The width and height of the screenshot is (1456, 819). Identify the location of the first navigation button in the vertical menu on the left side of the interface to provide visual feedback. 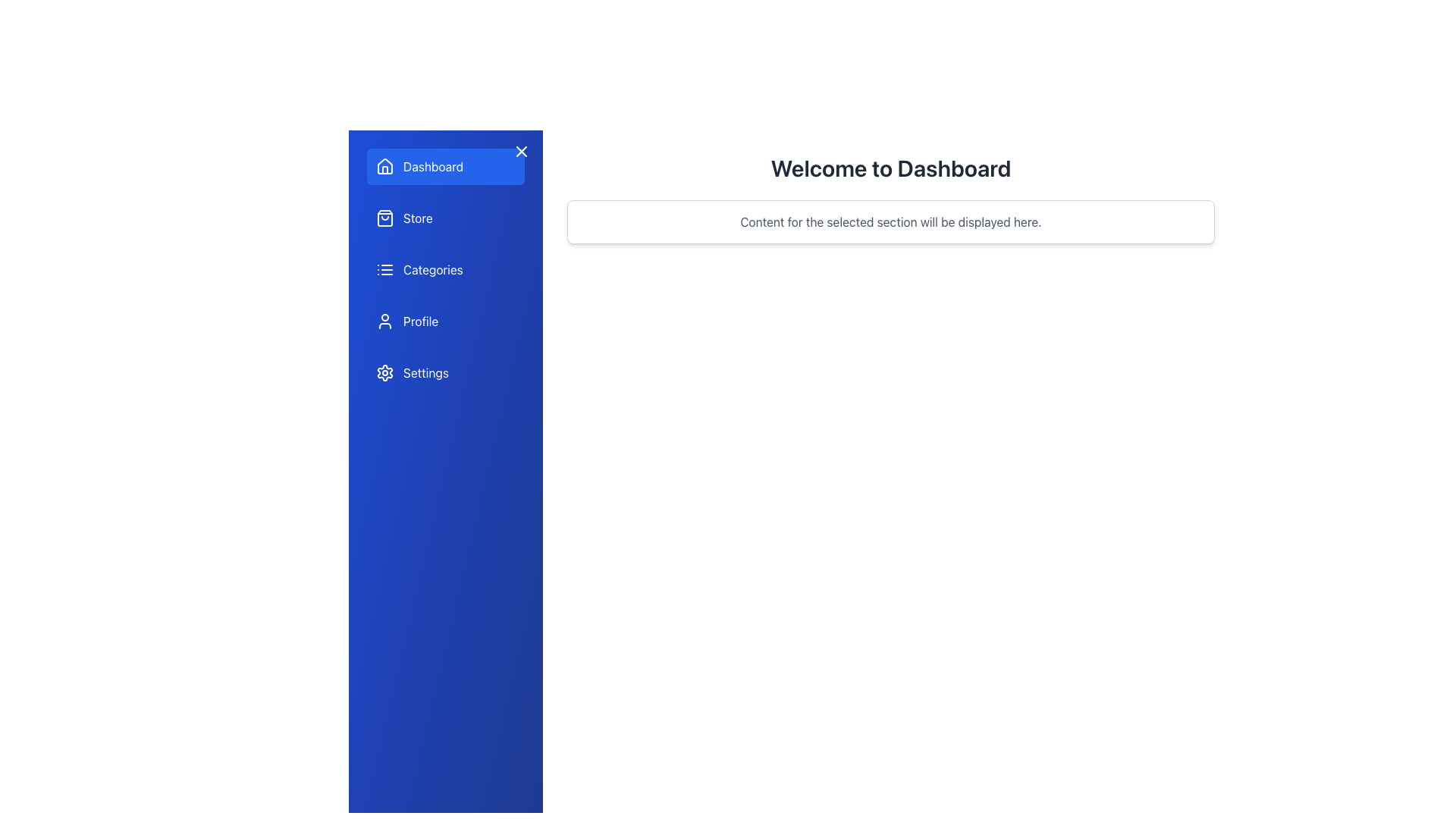
(445, 166).